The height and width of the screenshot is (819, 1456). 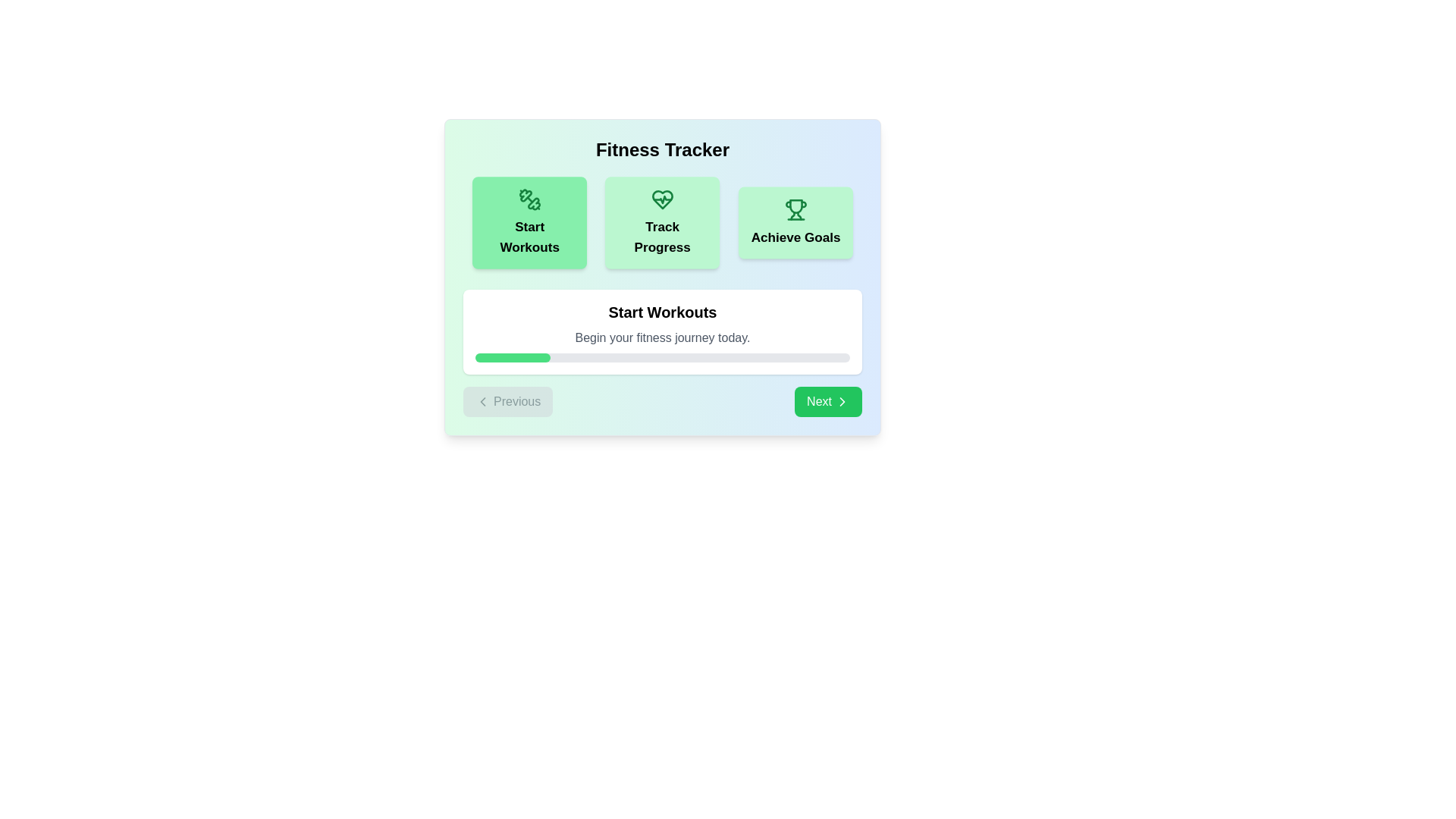 I want to click on the right-pointing chevron icon located within the green rounded 'Next' button at the bottom-right corner of the interface, so click(x=841, y=400).